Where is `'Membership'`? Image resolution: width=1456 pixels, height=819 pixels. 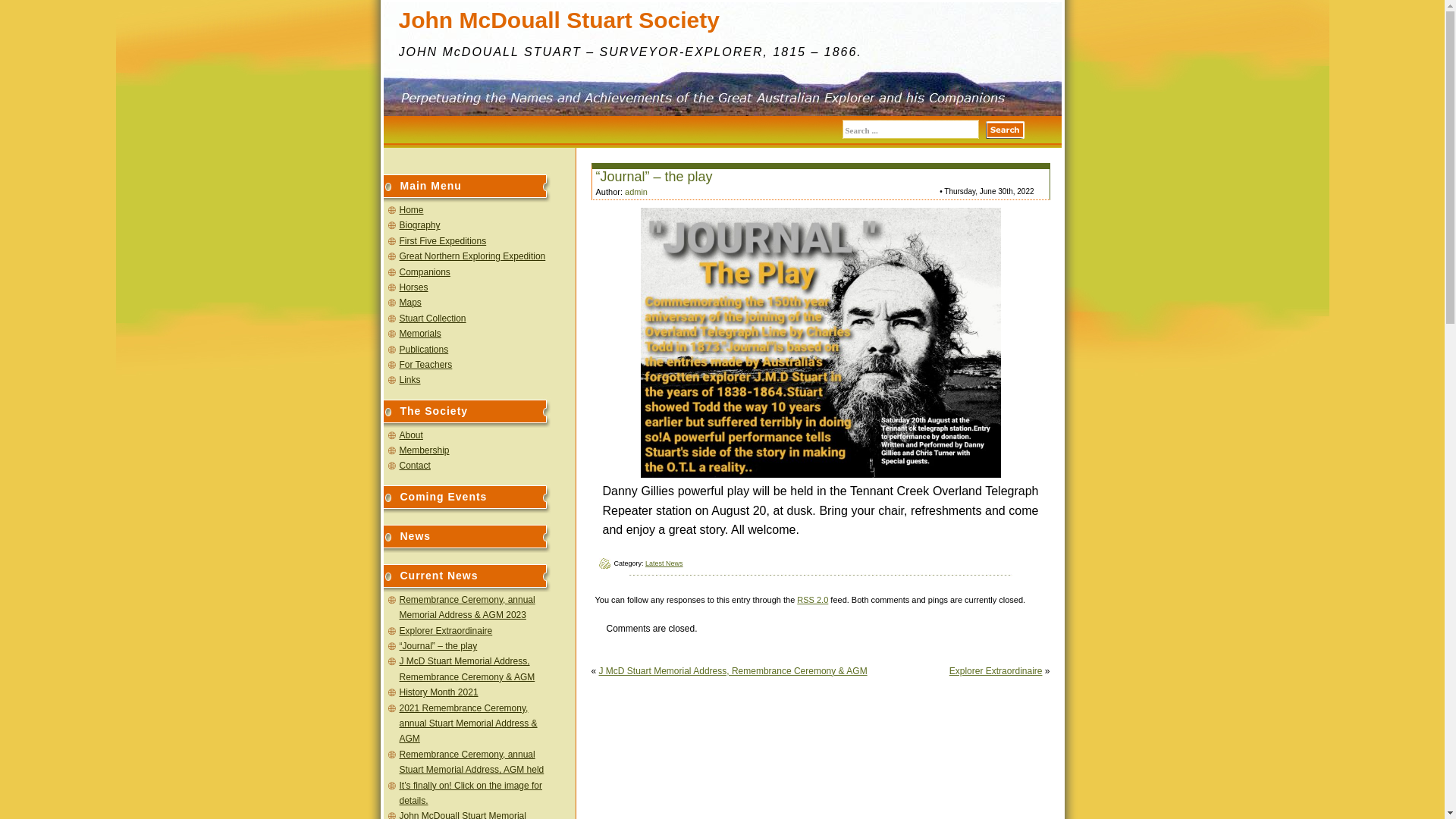 'Membership' is located at coordinates (423, 450).